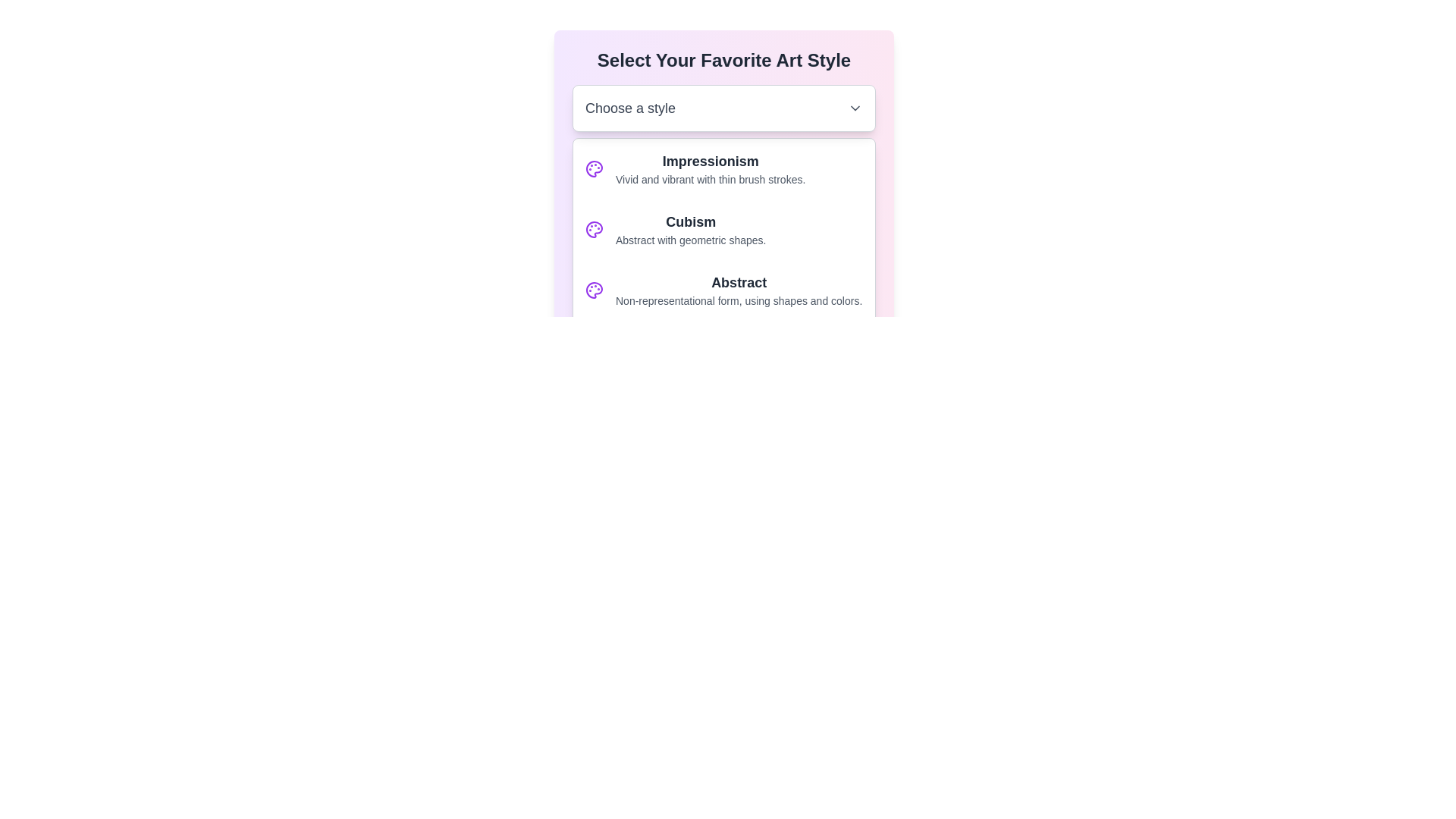 Image resolution: width=1456 pixels, height=819 pixels. Describe the element at coordinates (690, 239) in the screenshot. I see `the text label that reads 'Abstract with geometric shapes.' which is styled in small gray font and located beneath the heading 'Cubism'` at that location.